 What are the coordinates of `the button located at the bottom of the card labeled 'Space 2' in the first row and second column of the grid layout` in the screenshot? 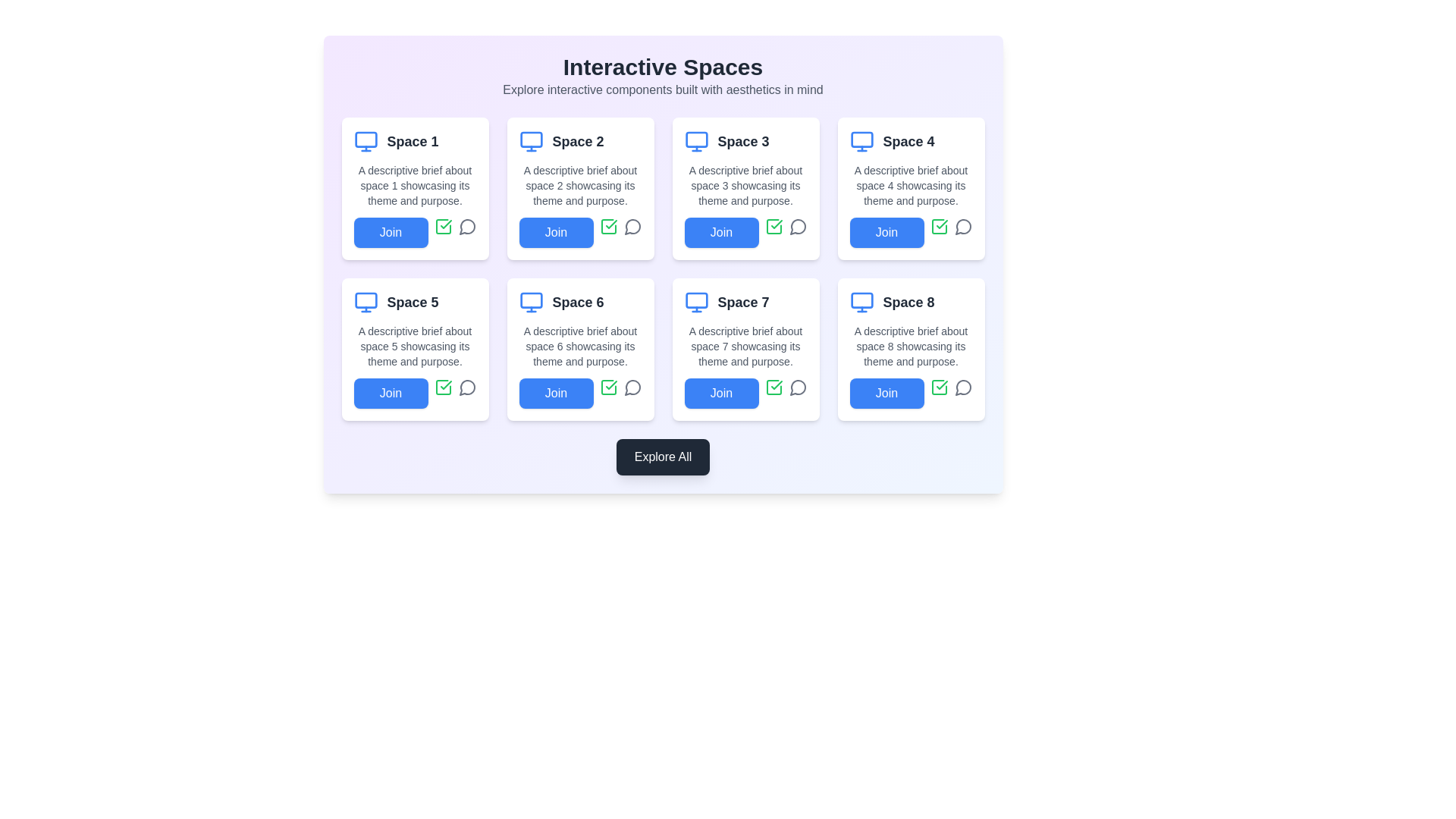 It's located at (579, 233).